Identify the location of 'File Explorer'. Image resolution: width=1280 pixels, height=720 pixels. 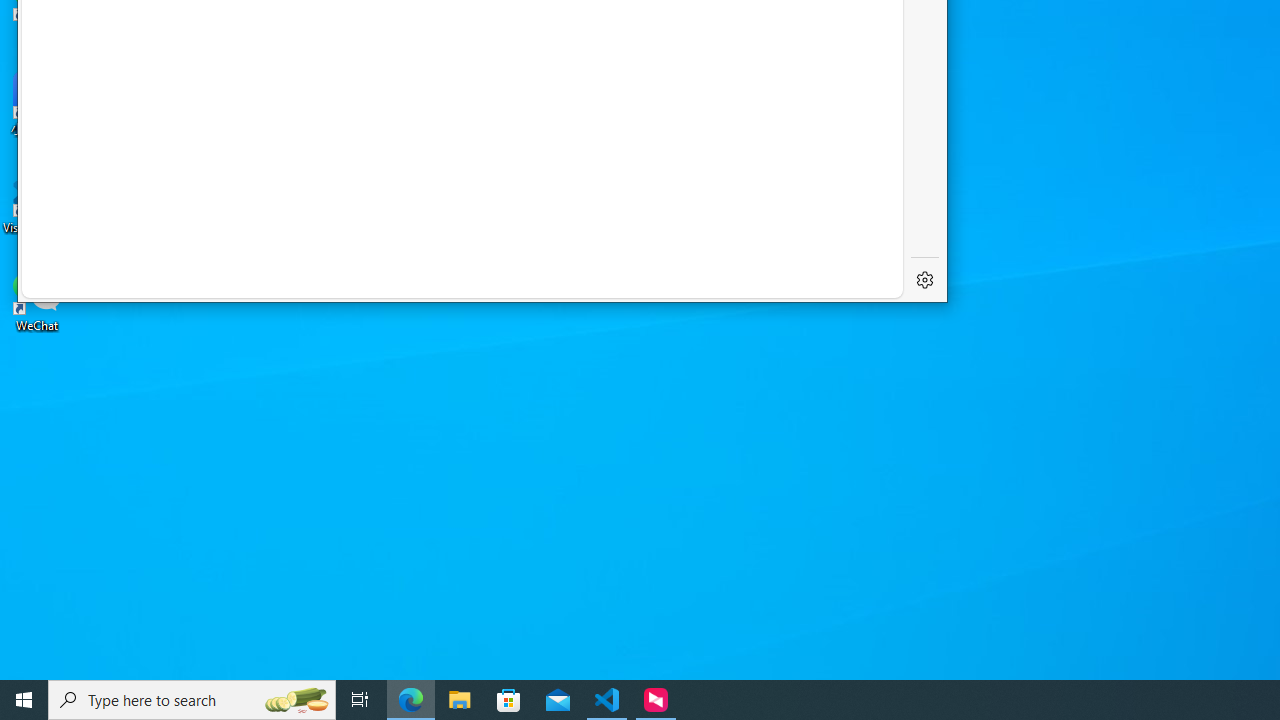
(459, 698).